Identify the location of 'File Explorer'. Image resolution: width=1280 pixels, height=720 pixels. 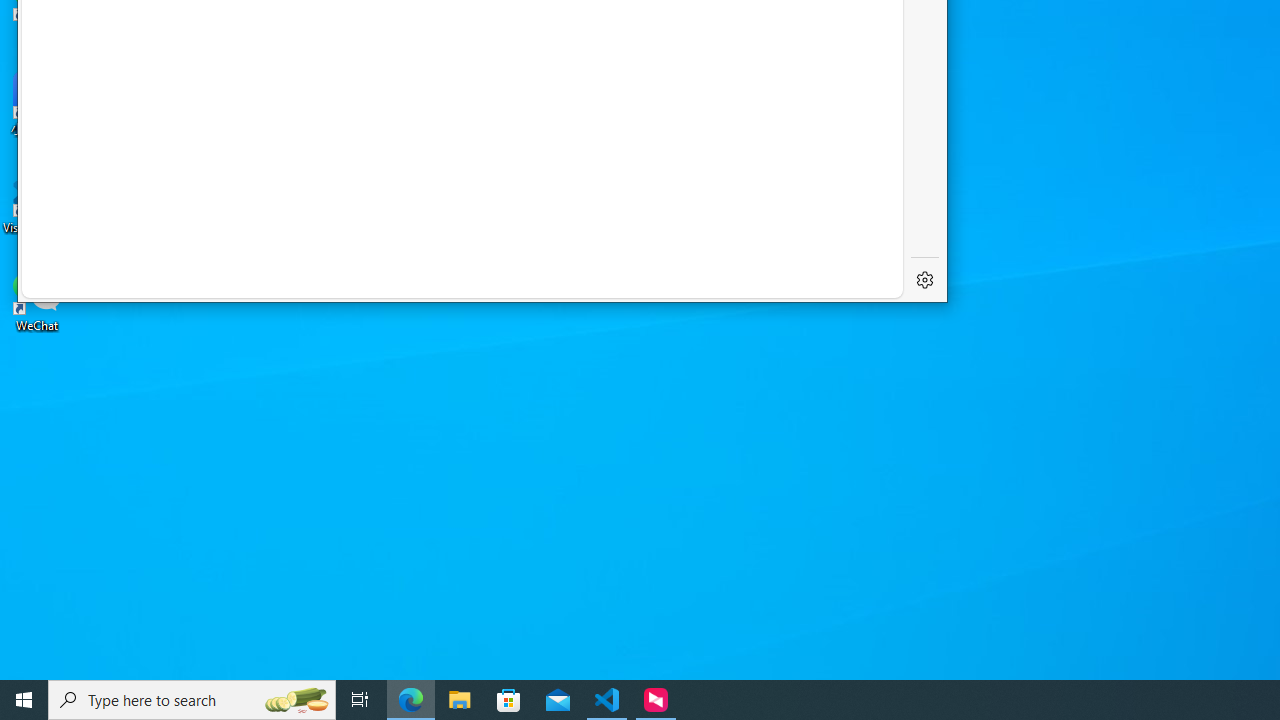
(459, 698).